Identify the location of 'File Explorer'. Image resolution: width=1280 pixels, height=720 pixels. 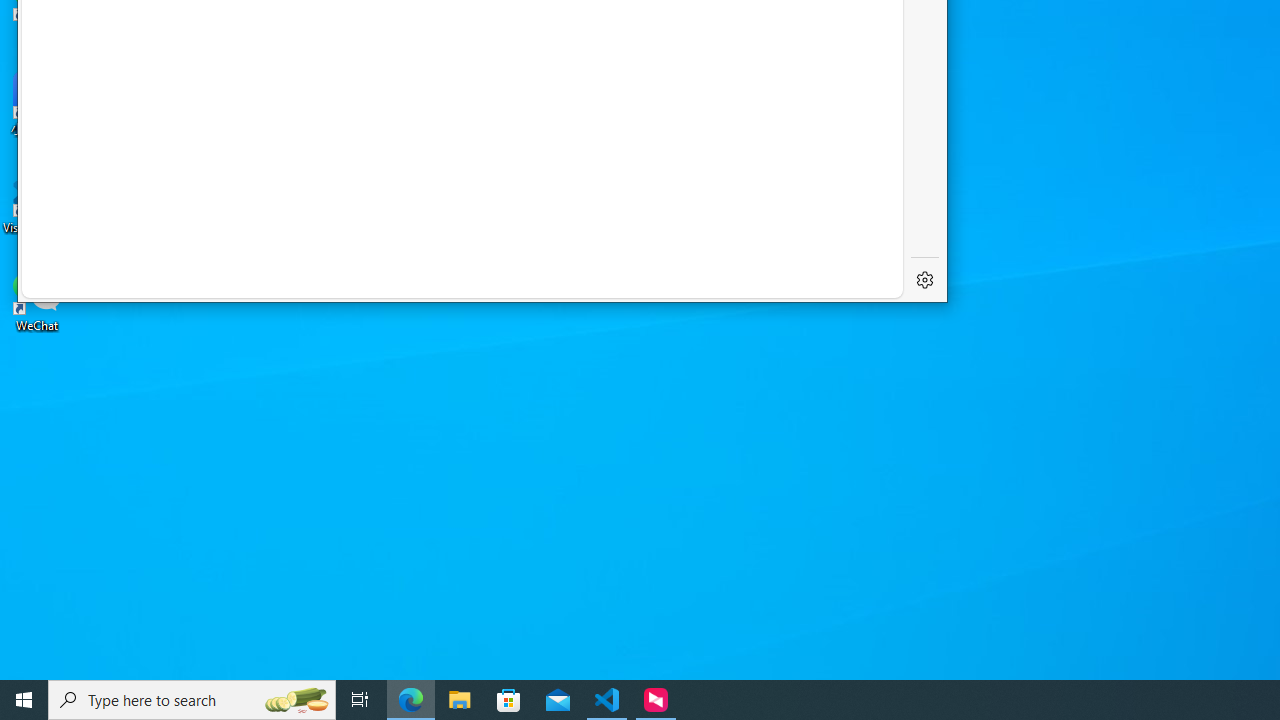
(459, 698).